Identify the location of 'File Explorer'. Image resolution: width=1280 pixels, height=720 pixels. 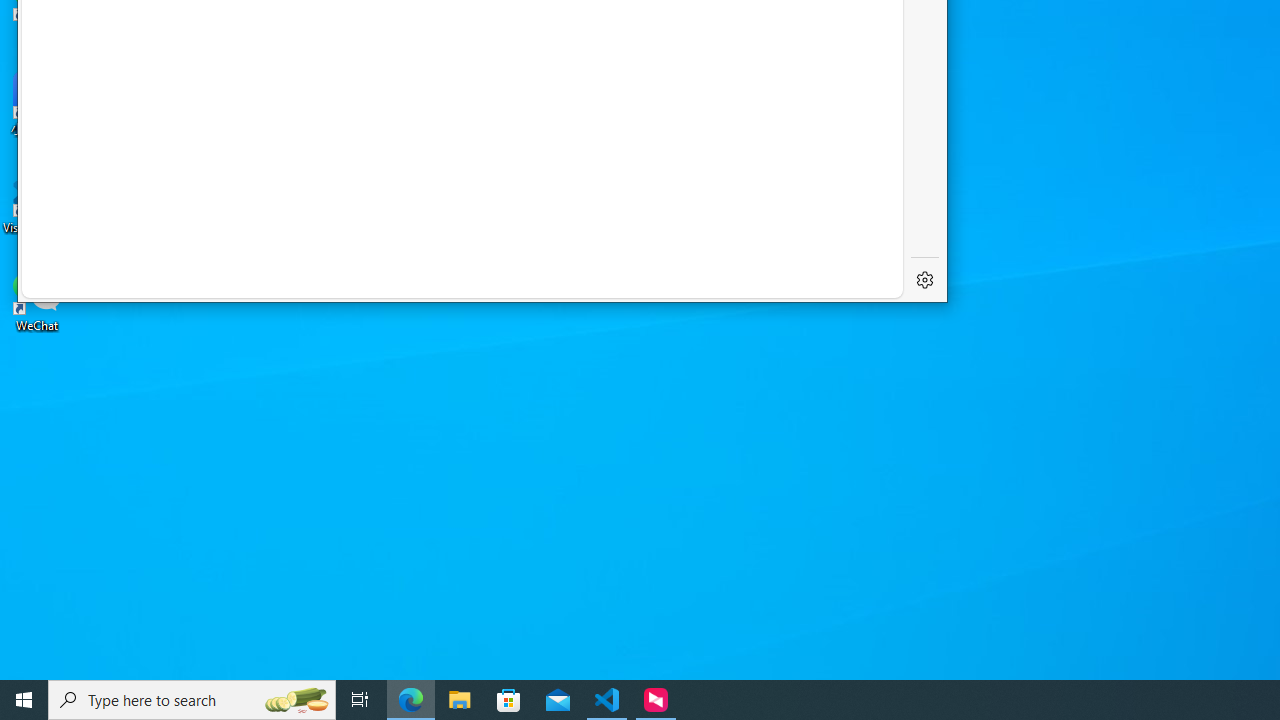
(459, 698).